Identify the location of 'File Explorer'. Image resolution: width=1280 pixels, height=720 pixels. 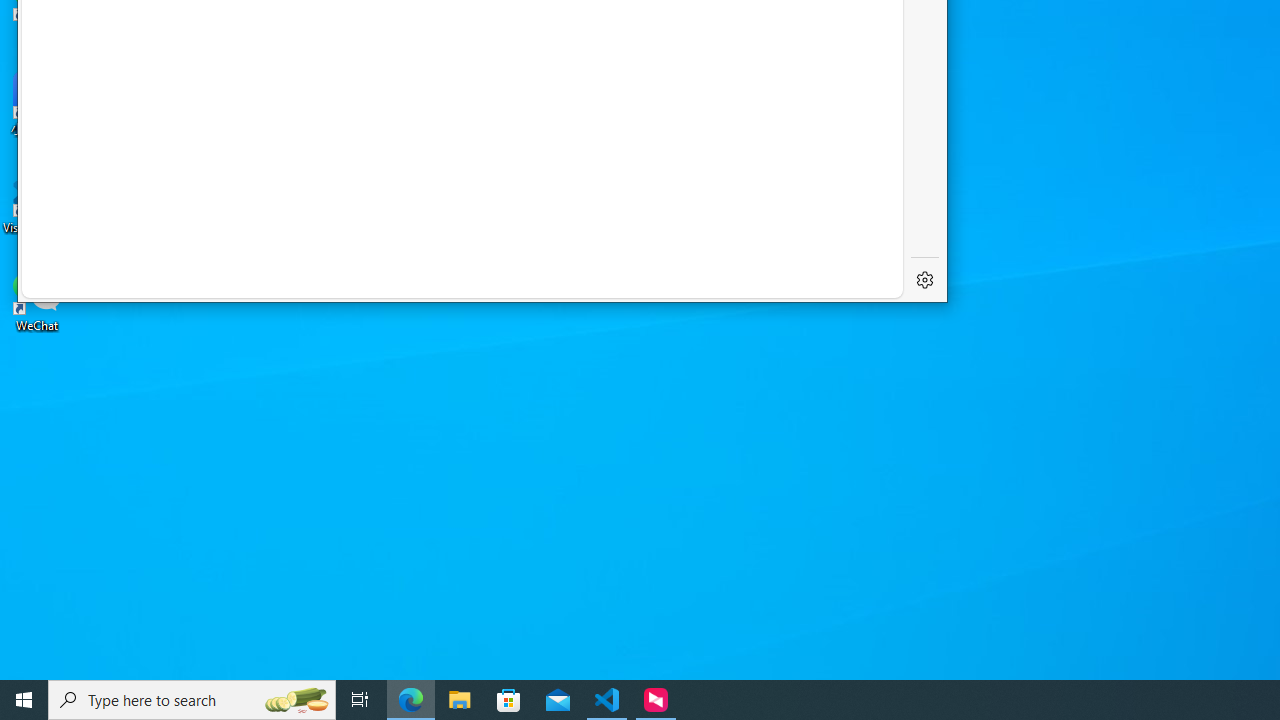
(459, 698).